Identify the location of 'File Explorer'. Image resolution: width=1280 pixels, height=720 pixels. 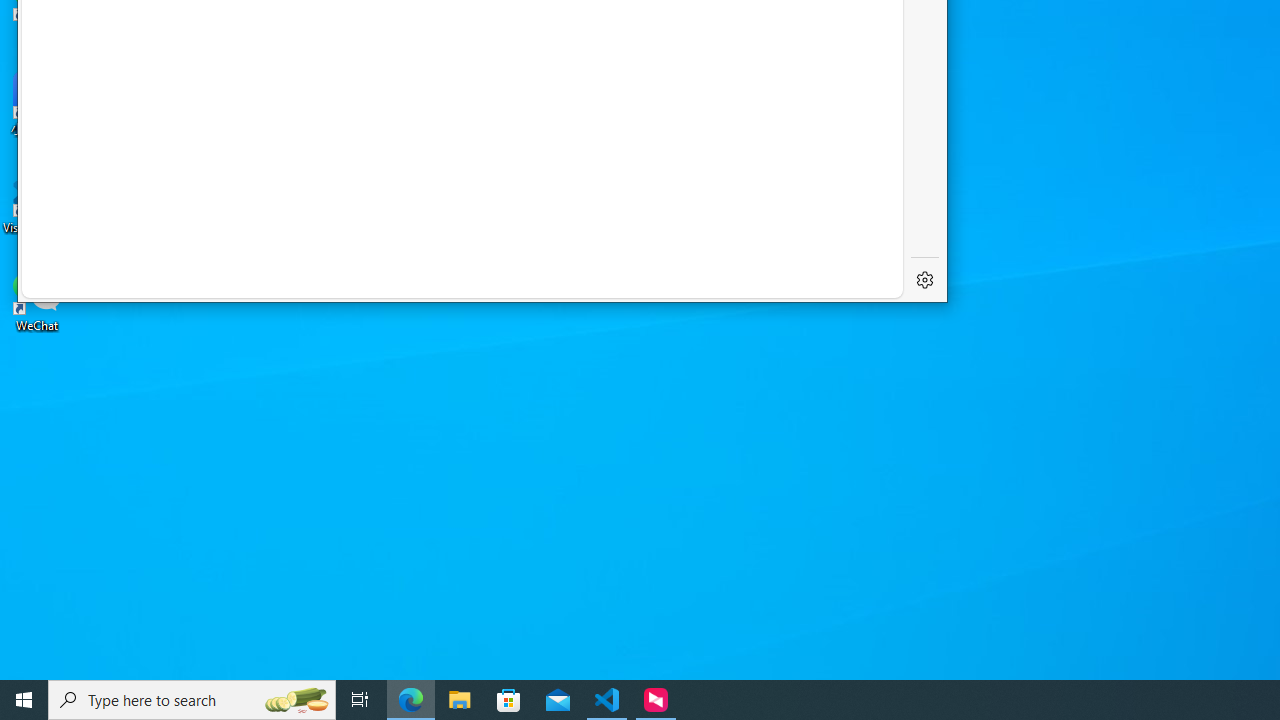
(459, 698).